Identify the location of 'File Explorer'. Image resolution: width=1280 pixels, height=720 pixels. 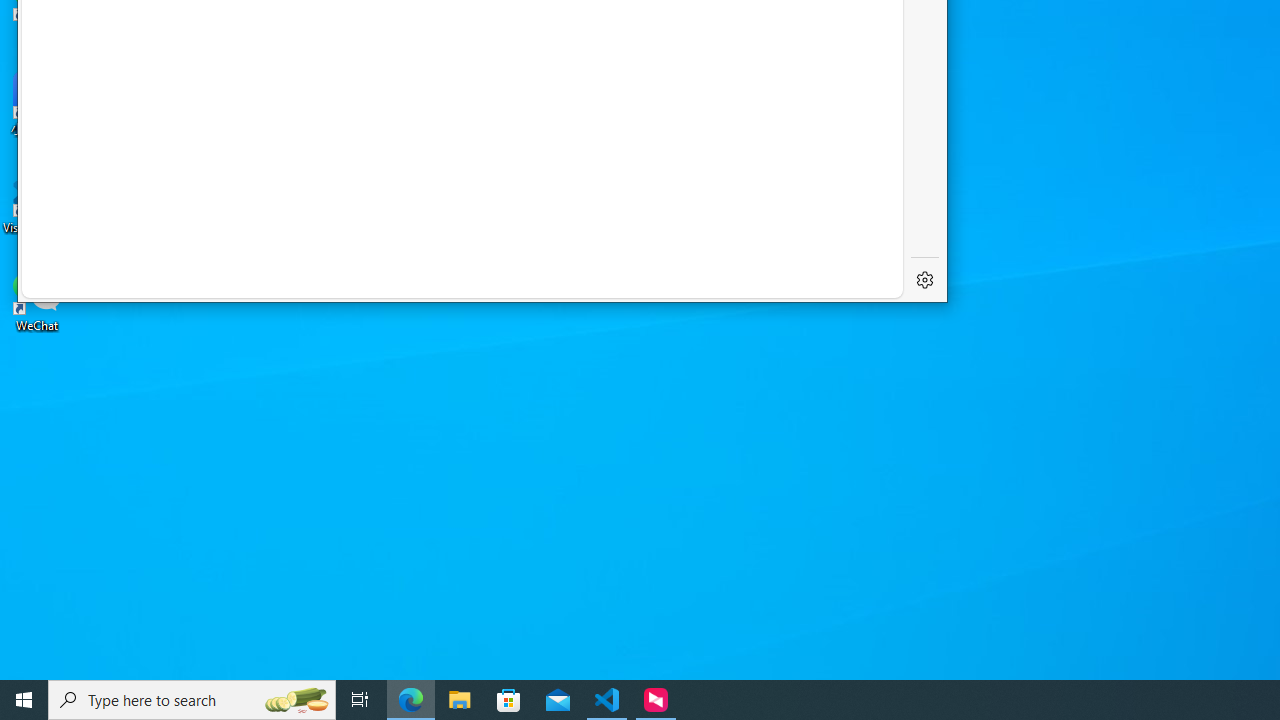
(459, 698).